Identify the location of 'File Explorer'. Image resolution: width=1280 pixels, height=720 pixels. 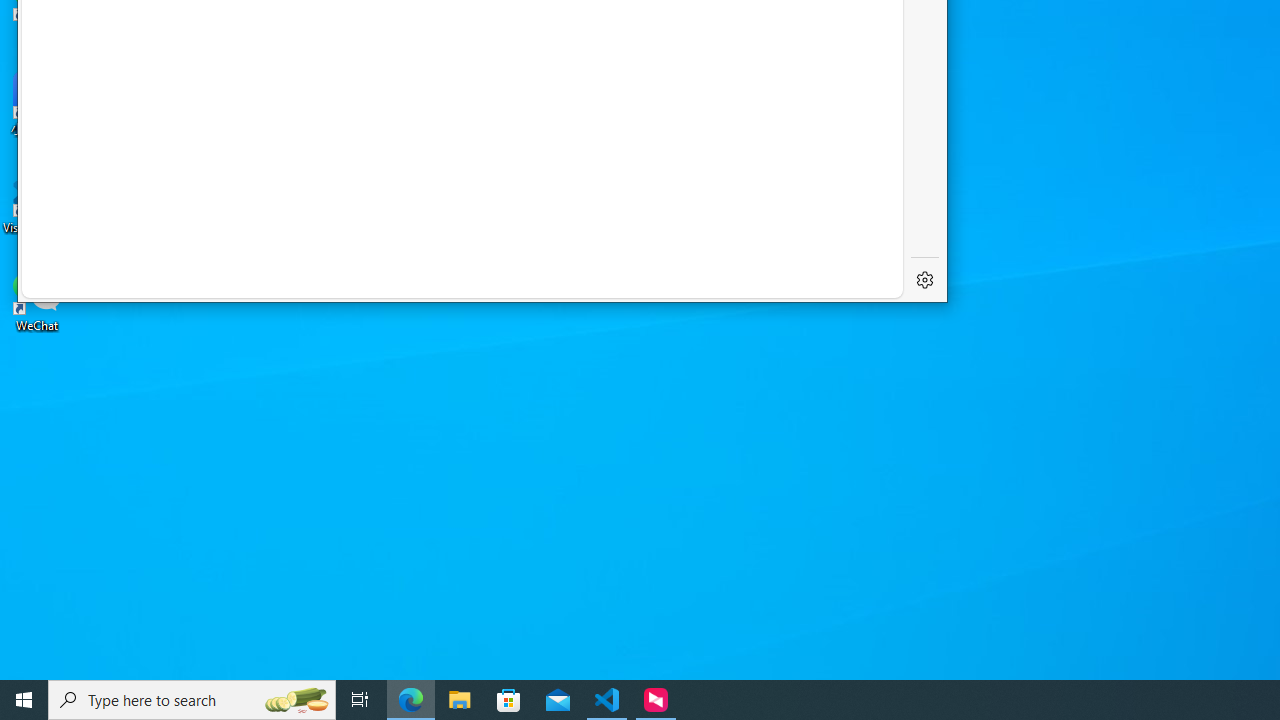
(459, 698).